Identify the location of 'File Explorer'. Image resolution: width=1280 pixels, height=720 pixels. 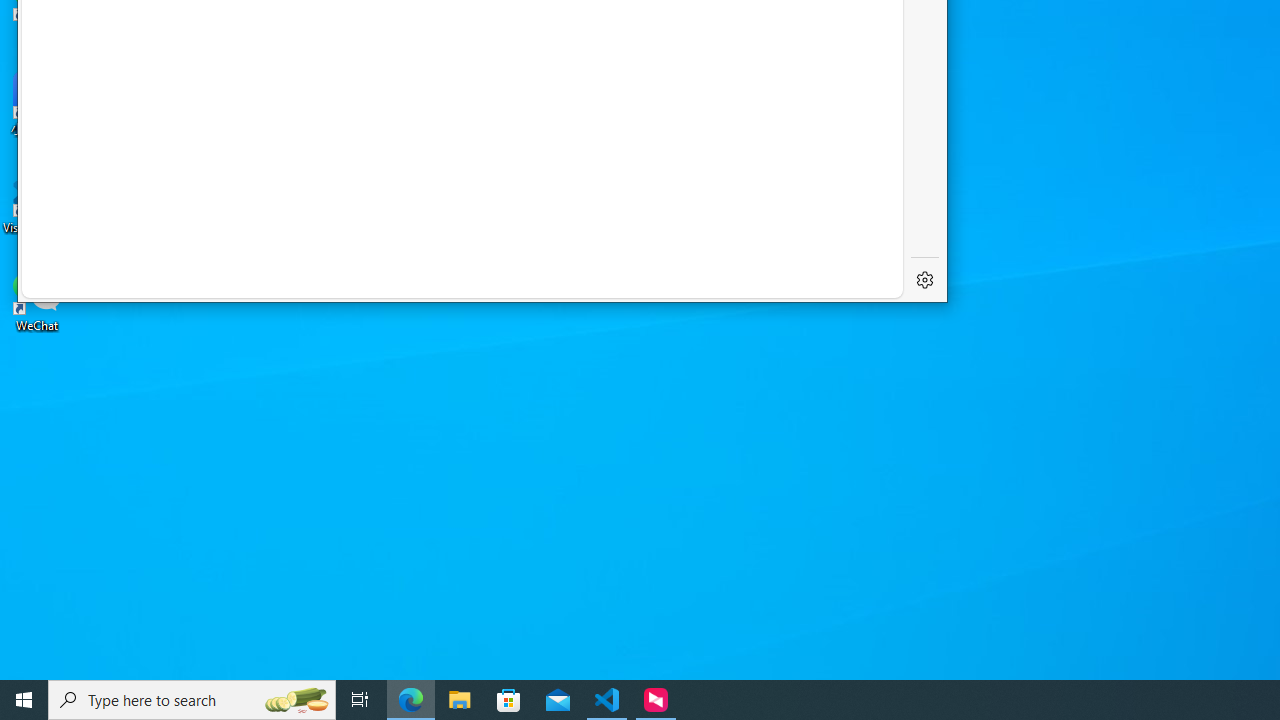
(459, 698).